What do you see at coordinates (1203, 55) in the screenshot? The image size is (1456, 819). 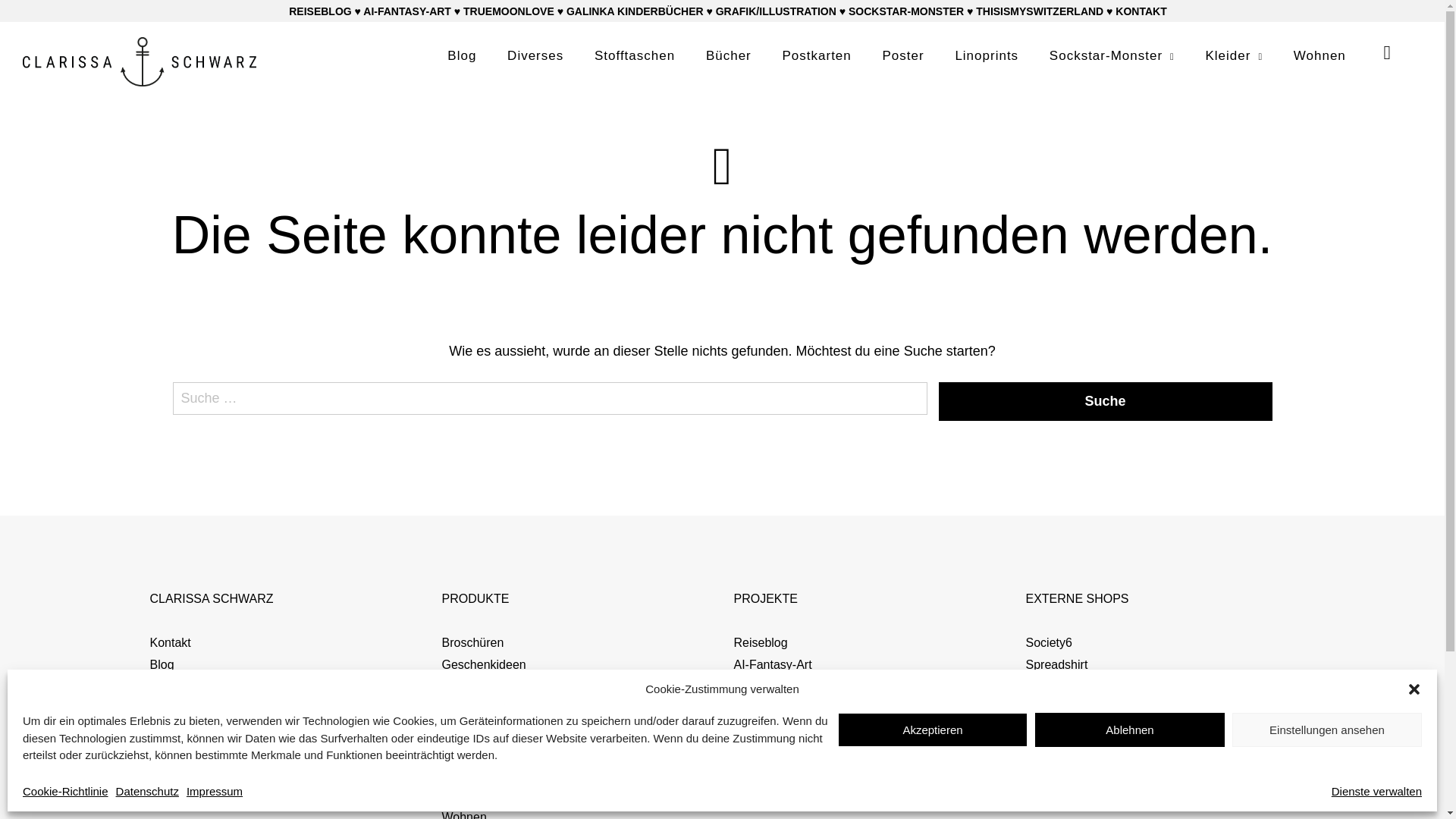 I see `'Kleider'` at bounding box center [1203, 55].